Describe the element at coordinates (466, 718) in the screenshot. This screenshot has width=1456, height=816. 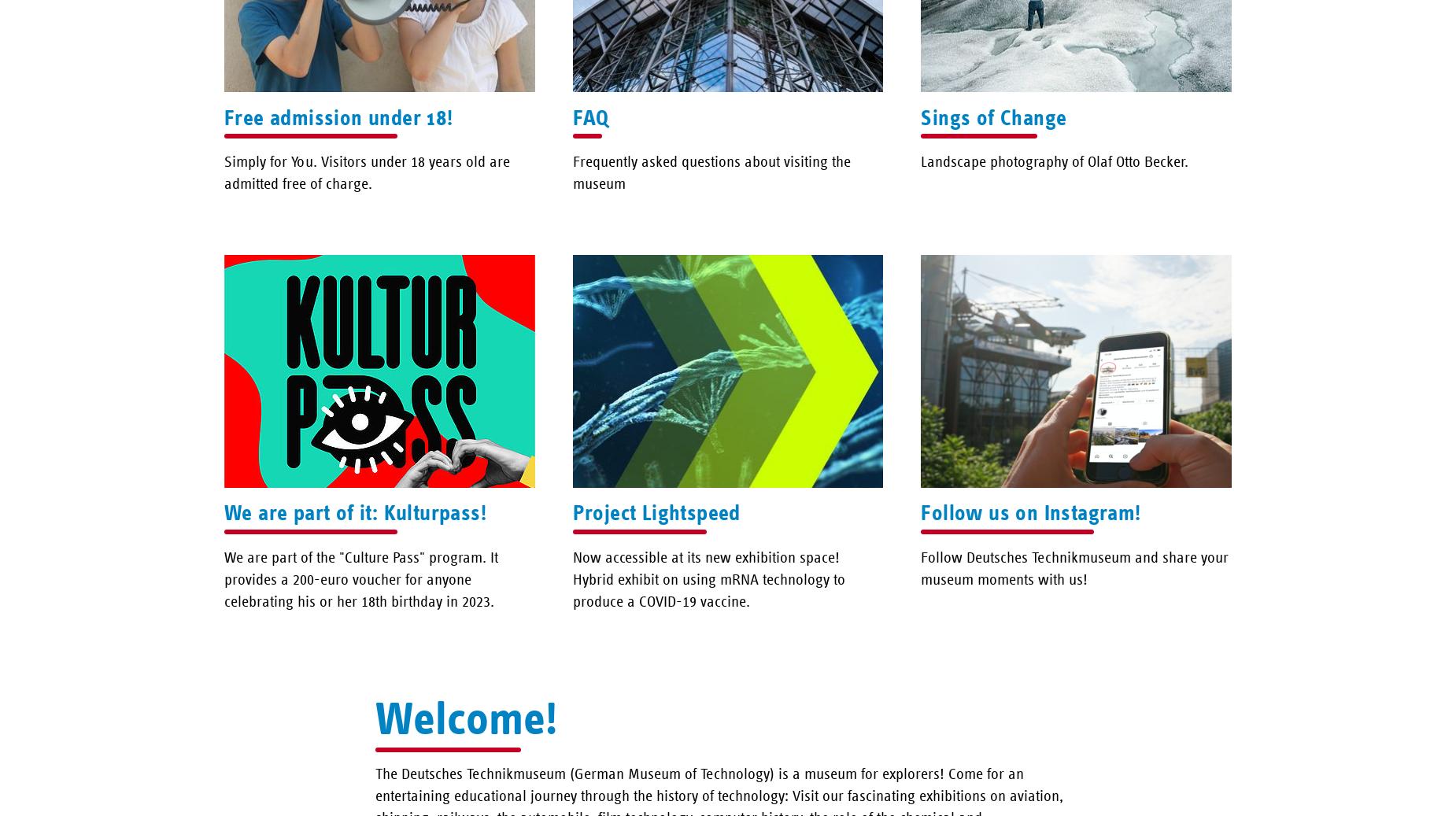
I see `'Welcome!'` at that location.